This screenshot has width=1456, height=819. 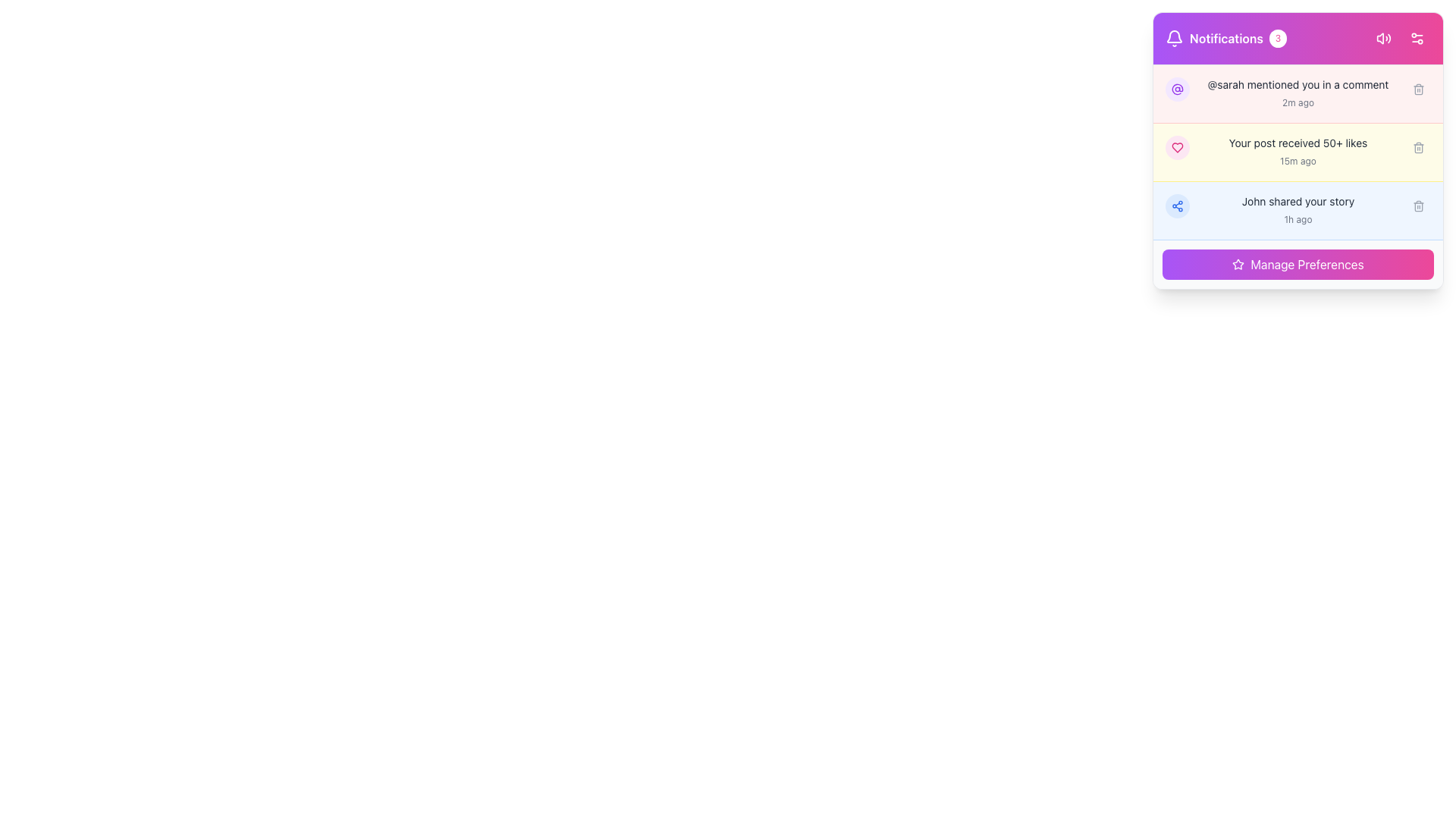 I want to click on timestamp text label located at the bottom-right corner of the notification card, which indicates that the event occurred '1 hour ago', so click(x=1298, y=219).